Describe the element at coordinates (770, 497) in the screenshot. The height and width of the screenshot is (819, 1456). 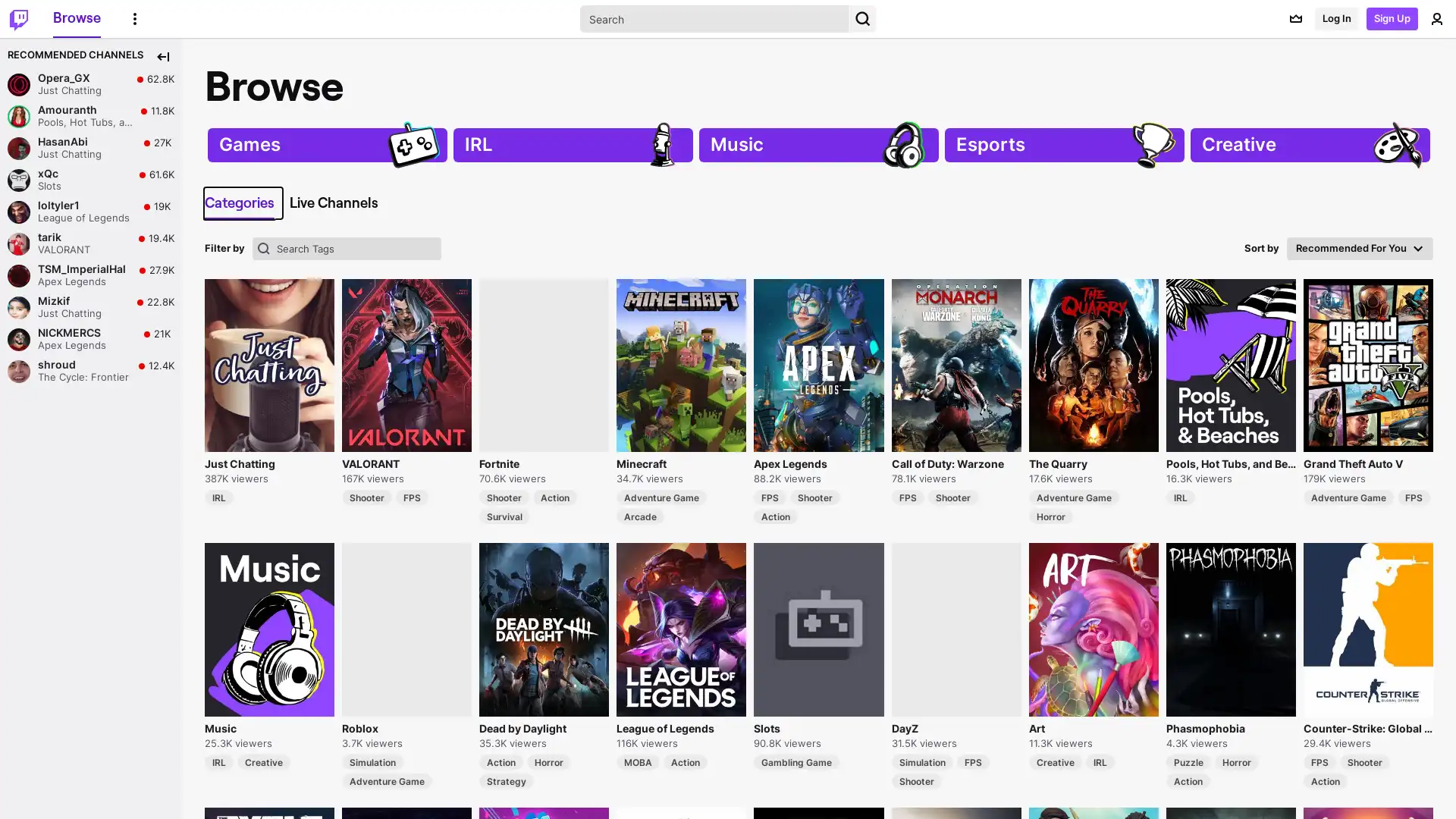
I see `FPS` at that location.